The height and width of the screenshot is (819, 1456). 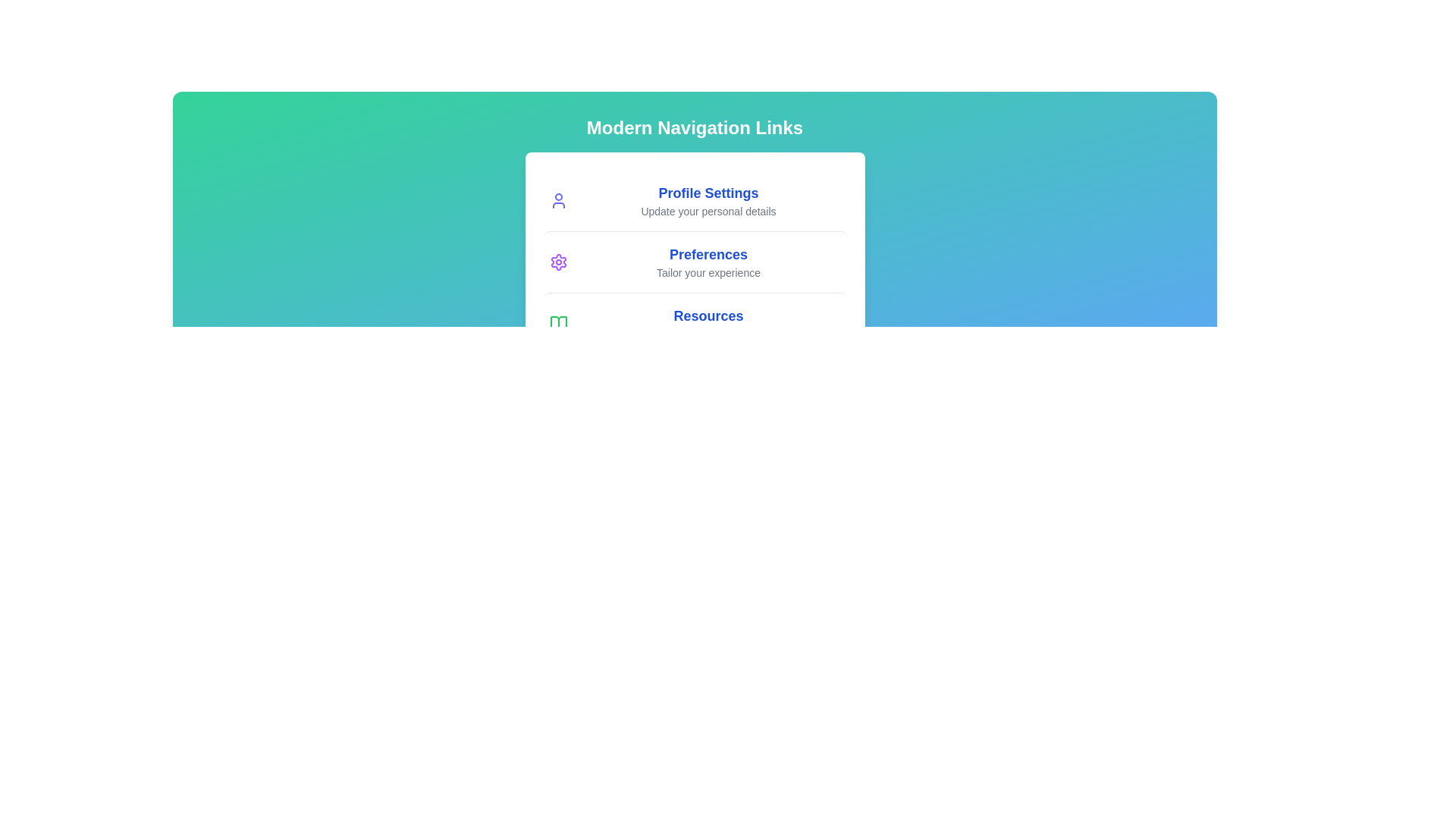 What do you see at coordinates (557, 262) in the screenshot?
I see `the icon representing the entry point for accessing preferences or settings` at bounding box center [557, 262].